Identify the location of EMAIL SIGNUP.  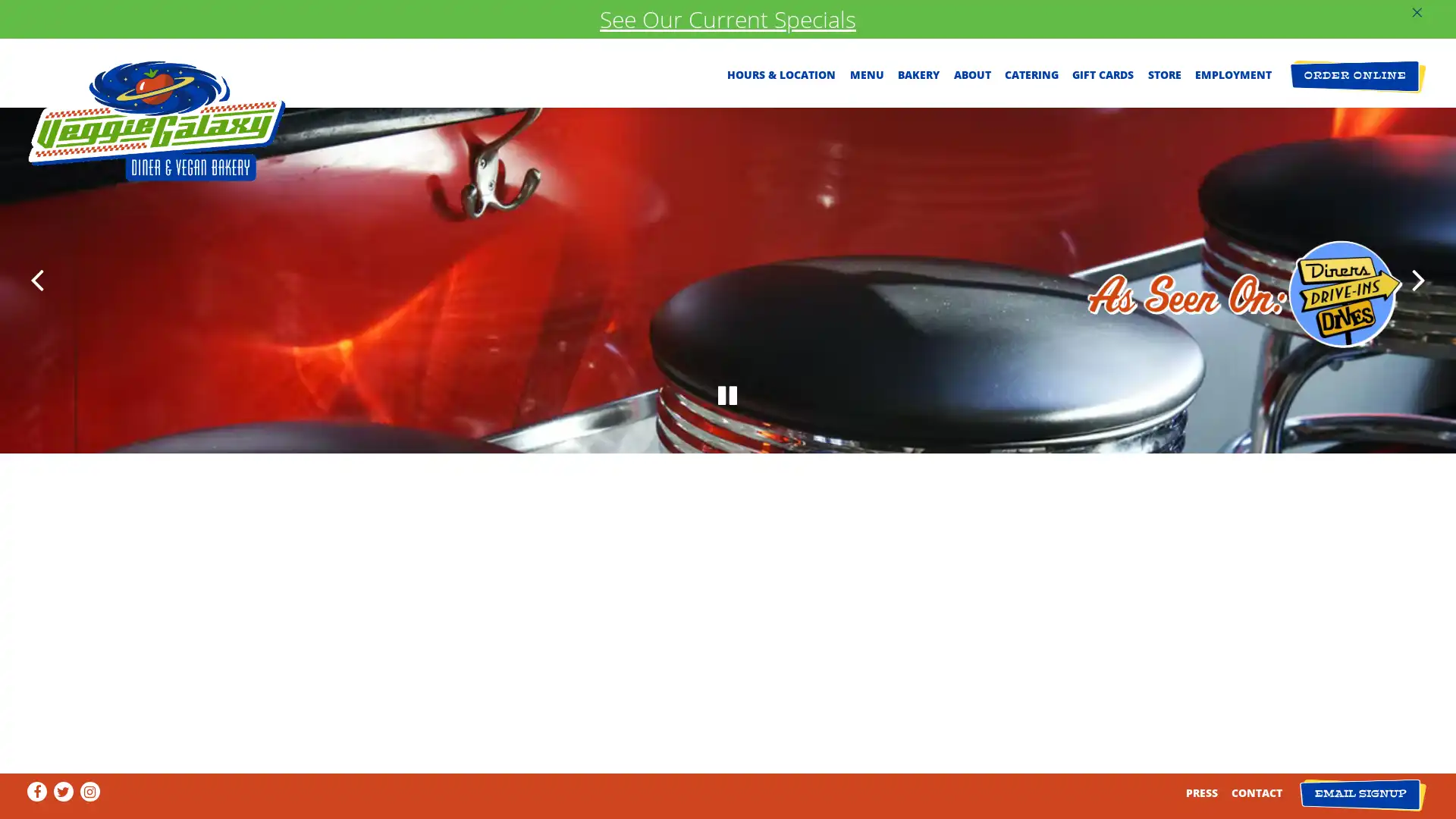
(1362, 794).